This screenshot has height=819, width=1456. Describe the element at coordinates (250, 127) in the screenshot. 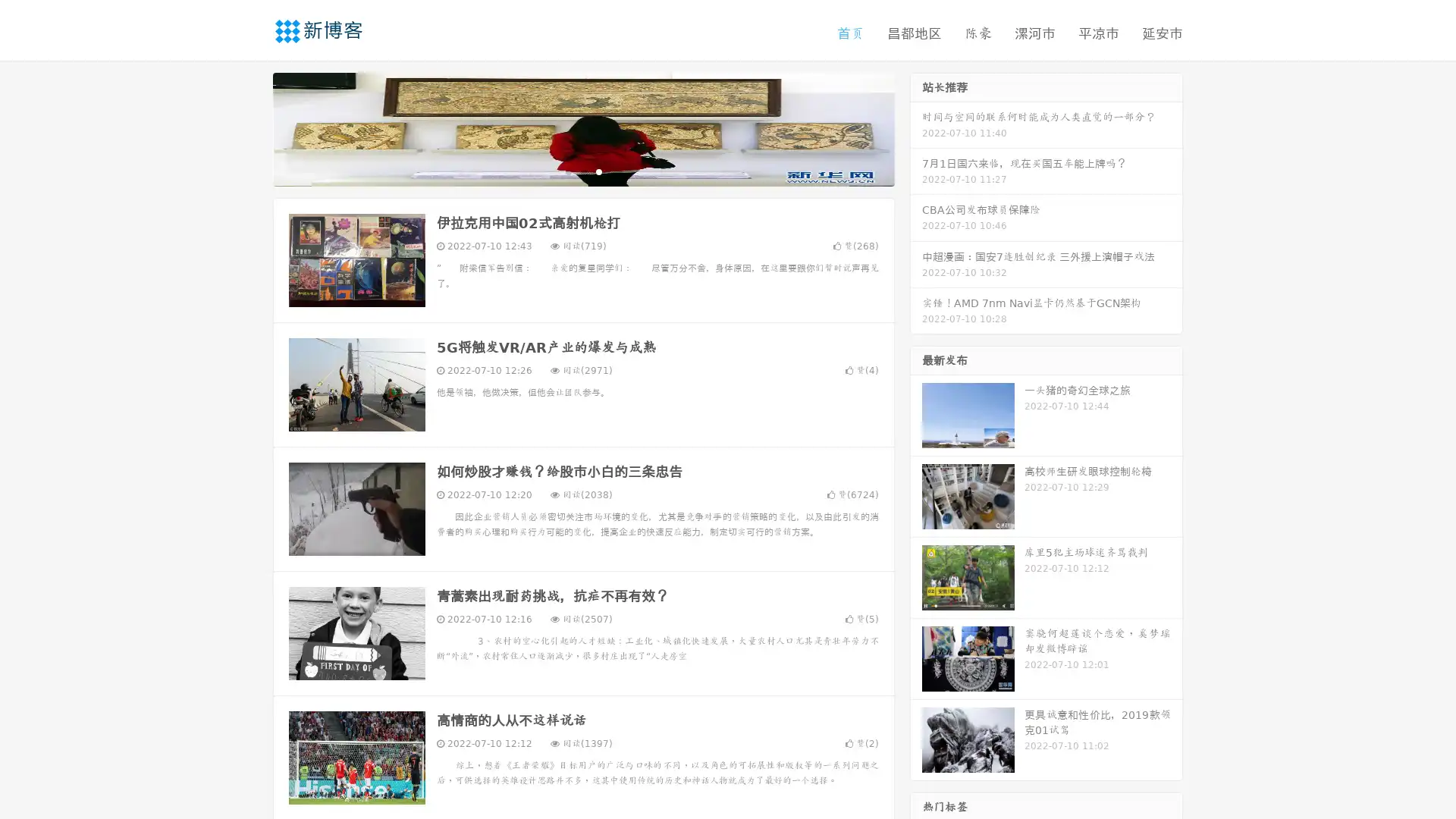

I see `Previous slide` at that location.